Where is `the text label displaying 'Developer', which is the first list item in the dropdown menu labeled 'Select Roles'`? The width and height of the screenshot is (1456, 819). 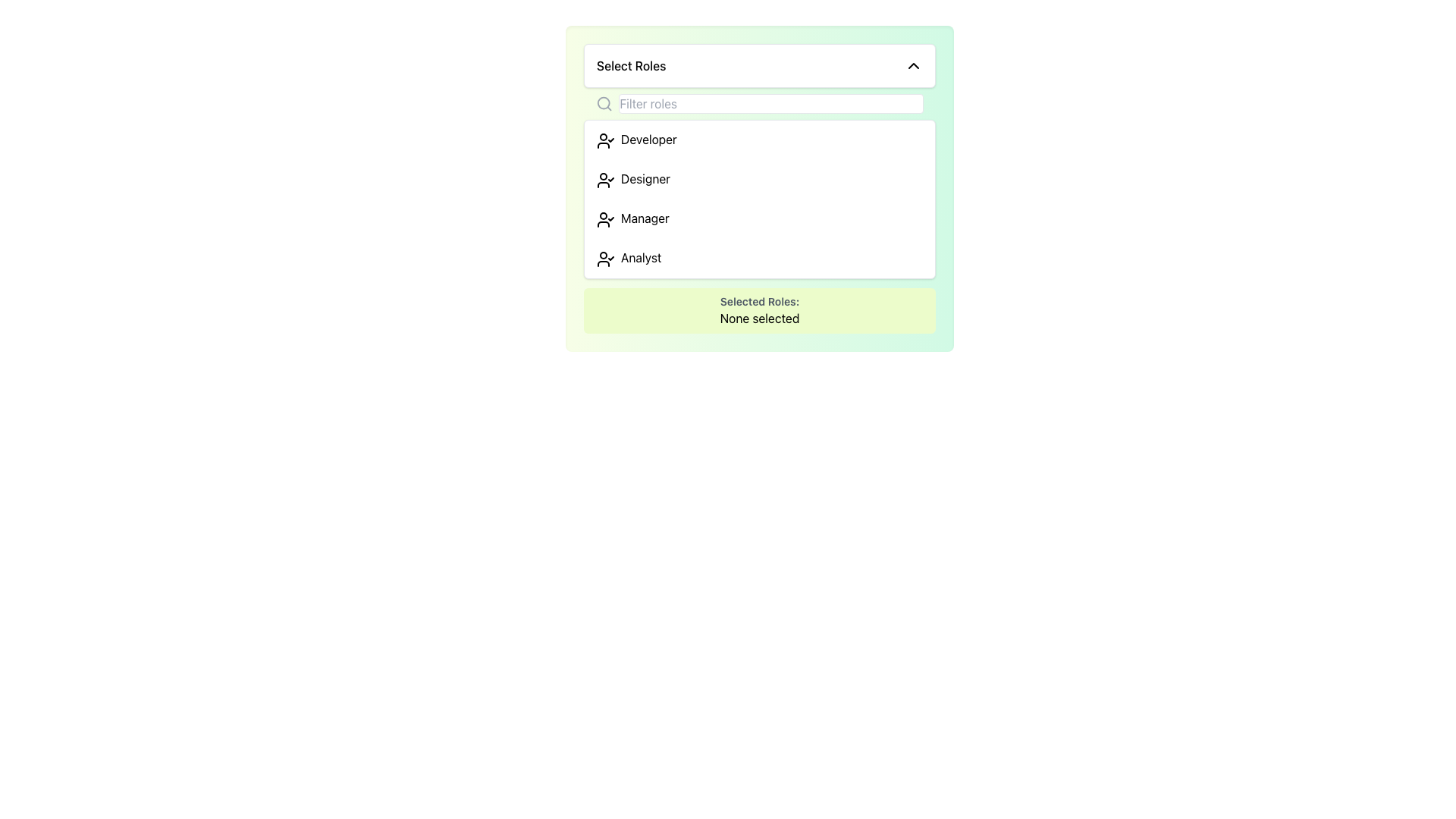
the text label displaying 'Developer', which is the first list item in the dropdown menu labeled 'Select Roles' is located at coordinates (636, 140).